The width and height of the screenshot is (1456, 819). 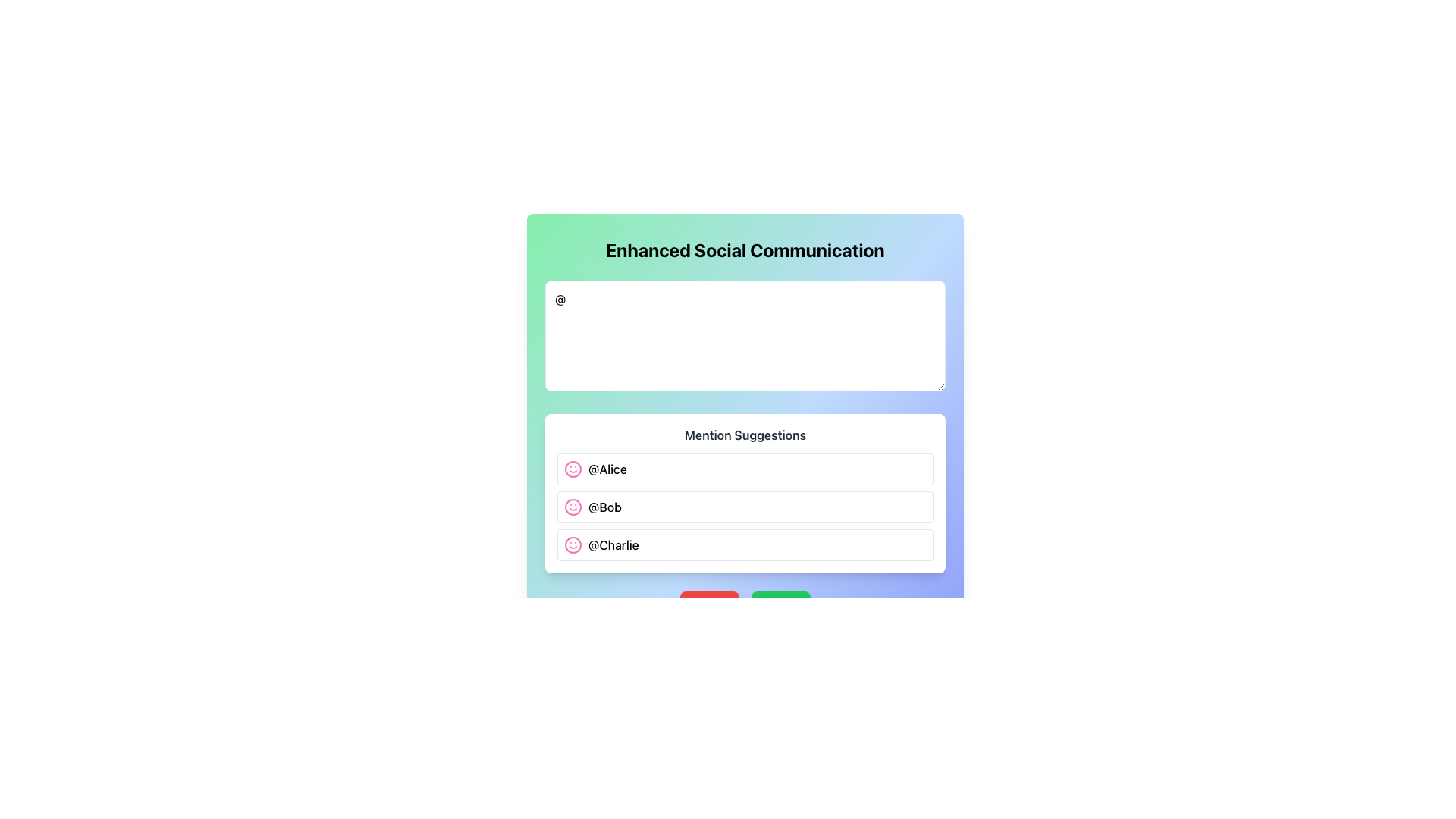 What do you see at coordinates (613, 544) in the screenshot?
I see `the text label representing the mention '@Charlie' in the mention suggestion list` at bounding box center [613, 544].